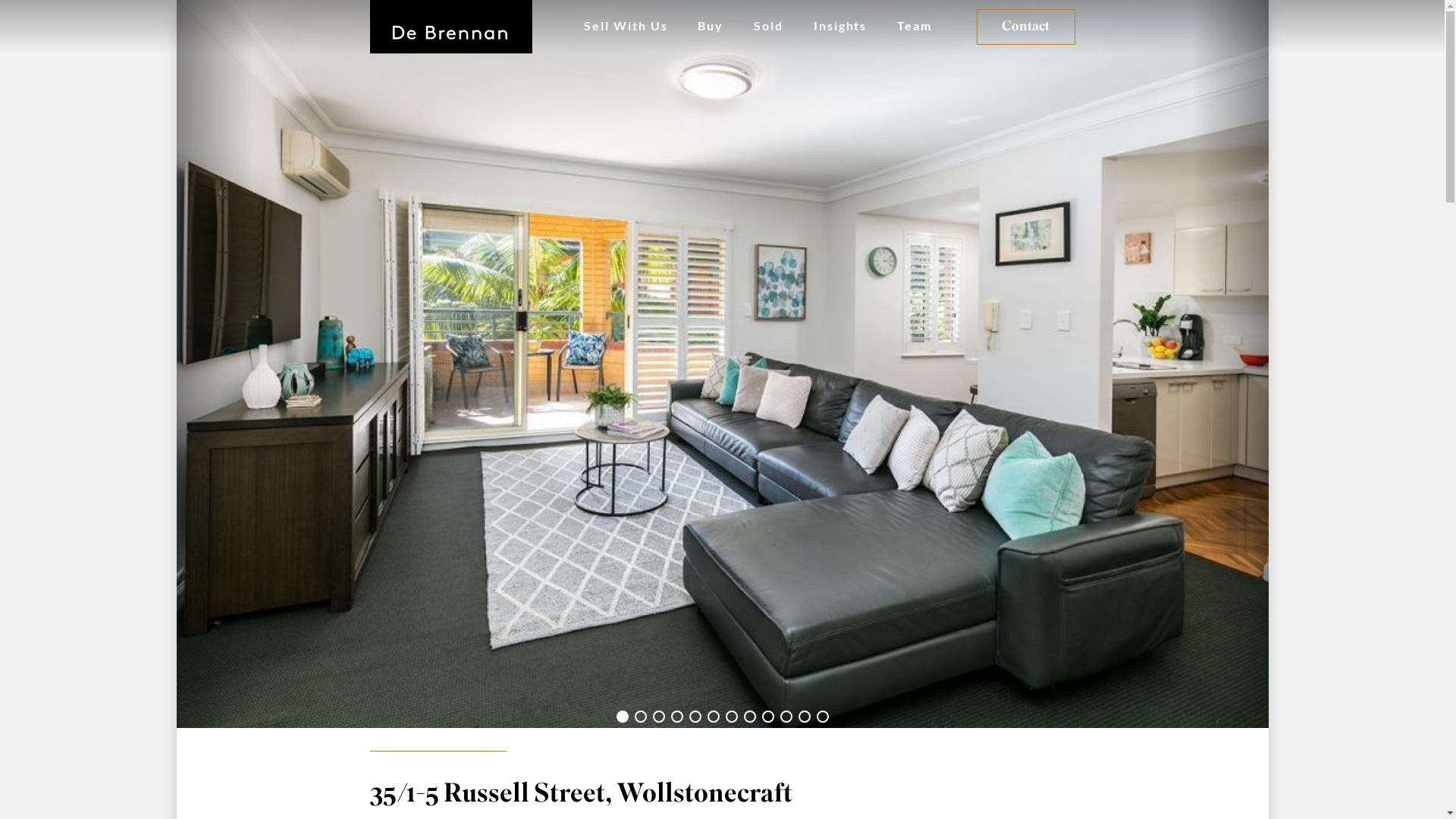 The width and height of the screenshot is (1456, 819). What do you see at coordinates (749, 717) in the screenshot?
I see `'8'` at bounding box center [749, 717].